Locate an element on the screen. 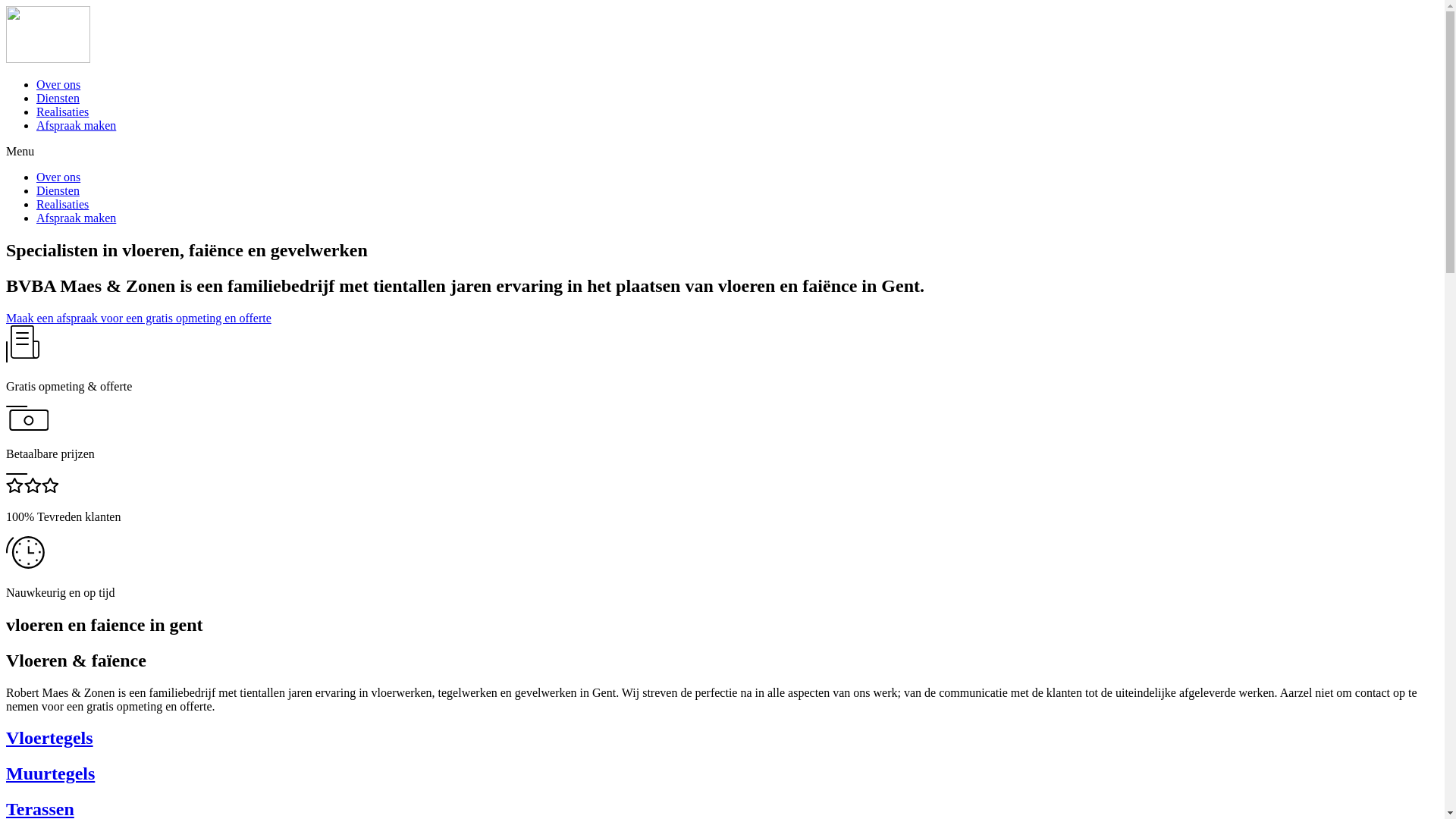 The image size is (1456, 819). 'Realisaties' is located at coordinates (36, 111).